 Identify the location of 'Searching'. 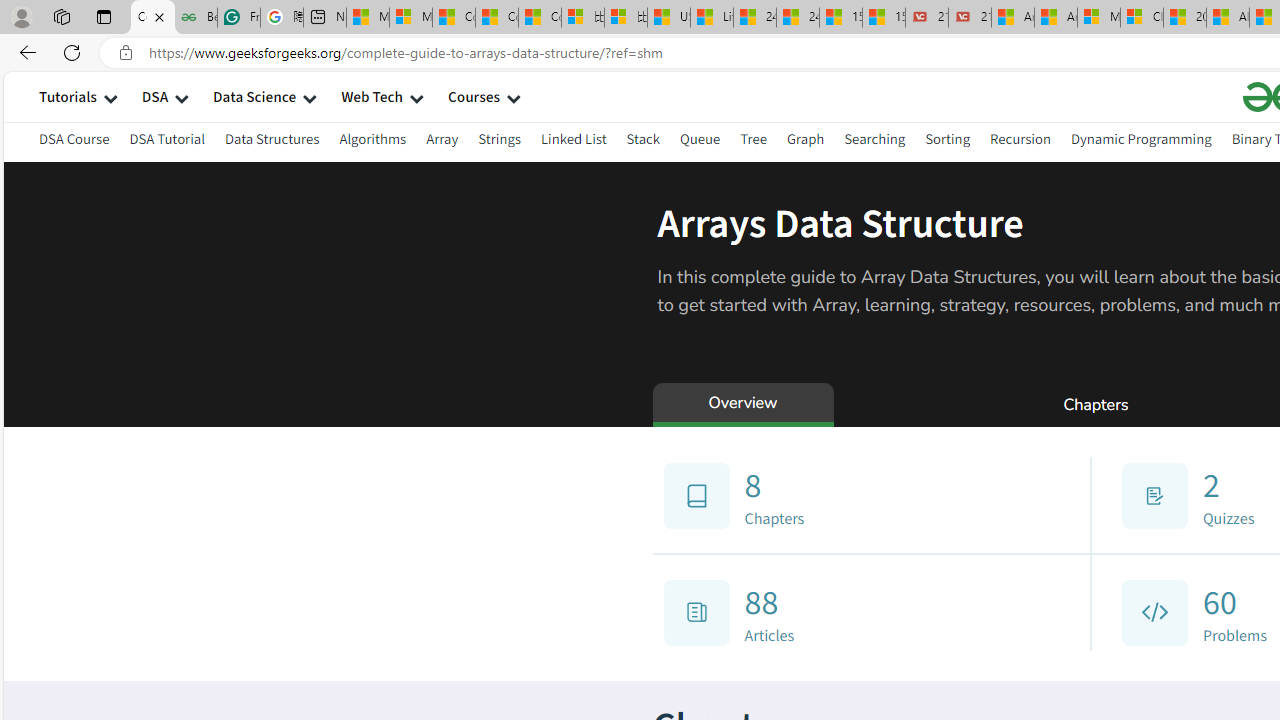
(875, 138).